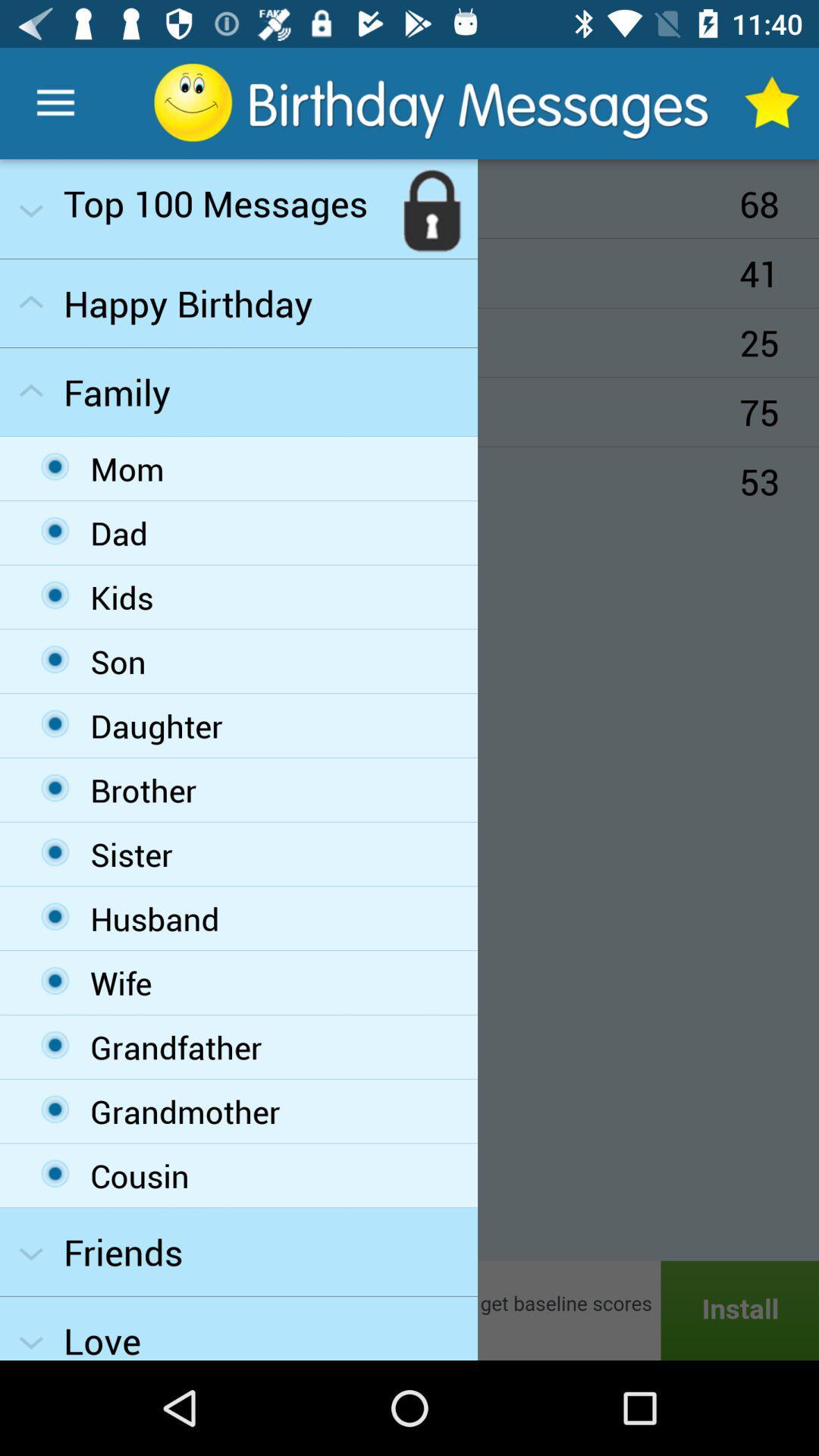 This screenshot has height=1456, width=819. What do you see at coordinates (55, 466) in the screenshot?
I see `the first option under the family dropdown` at bounding box center [55, 466].